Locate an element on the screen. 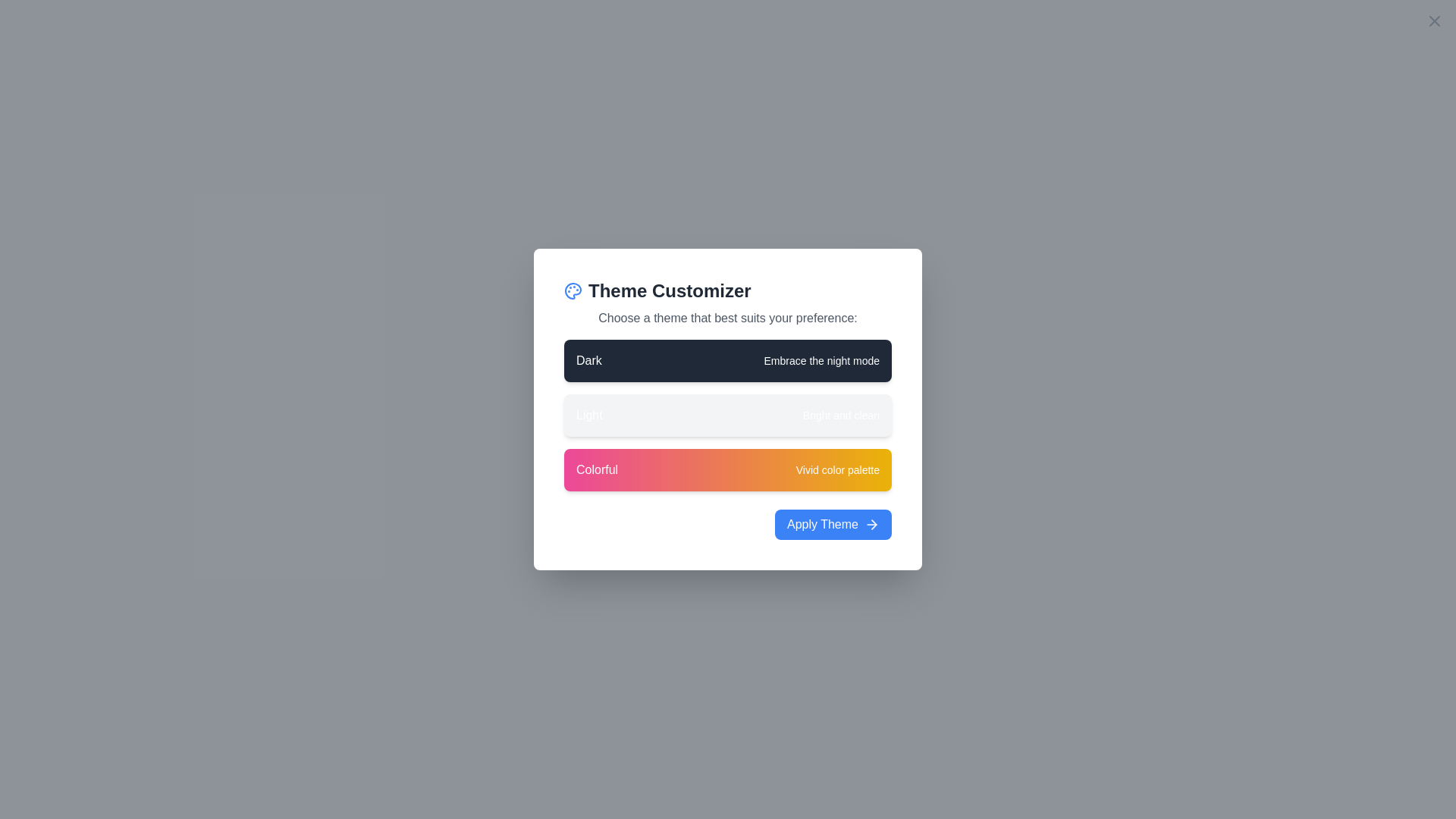  the button in the 'Theme Customizer' modal located at the bottom-right corner is located at coordinates (833, 523).